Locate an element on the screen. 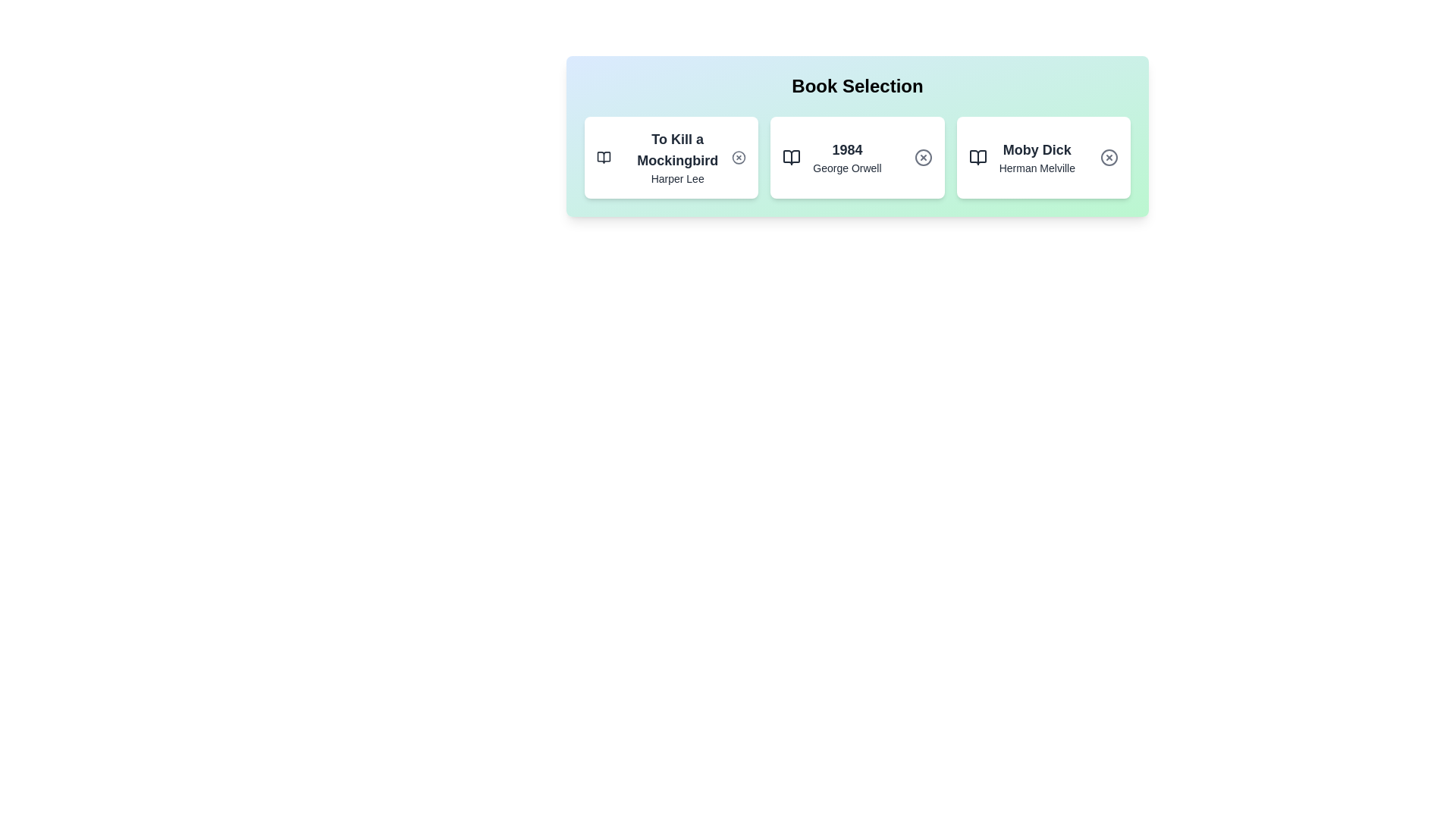 This screenshot has width=1456, height=819. the book card for 'Moby Dick' to observe the hover effect is located at coordinates (1043, 158).